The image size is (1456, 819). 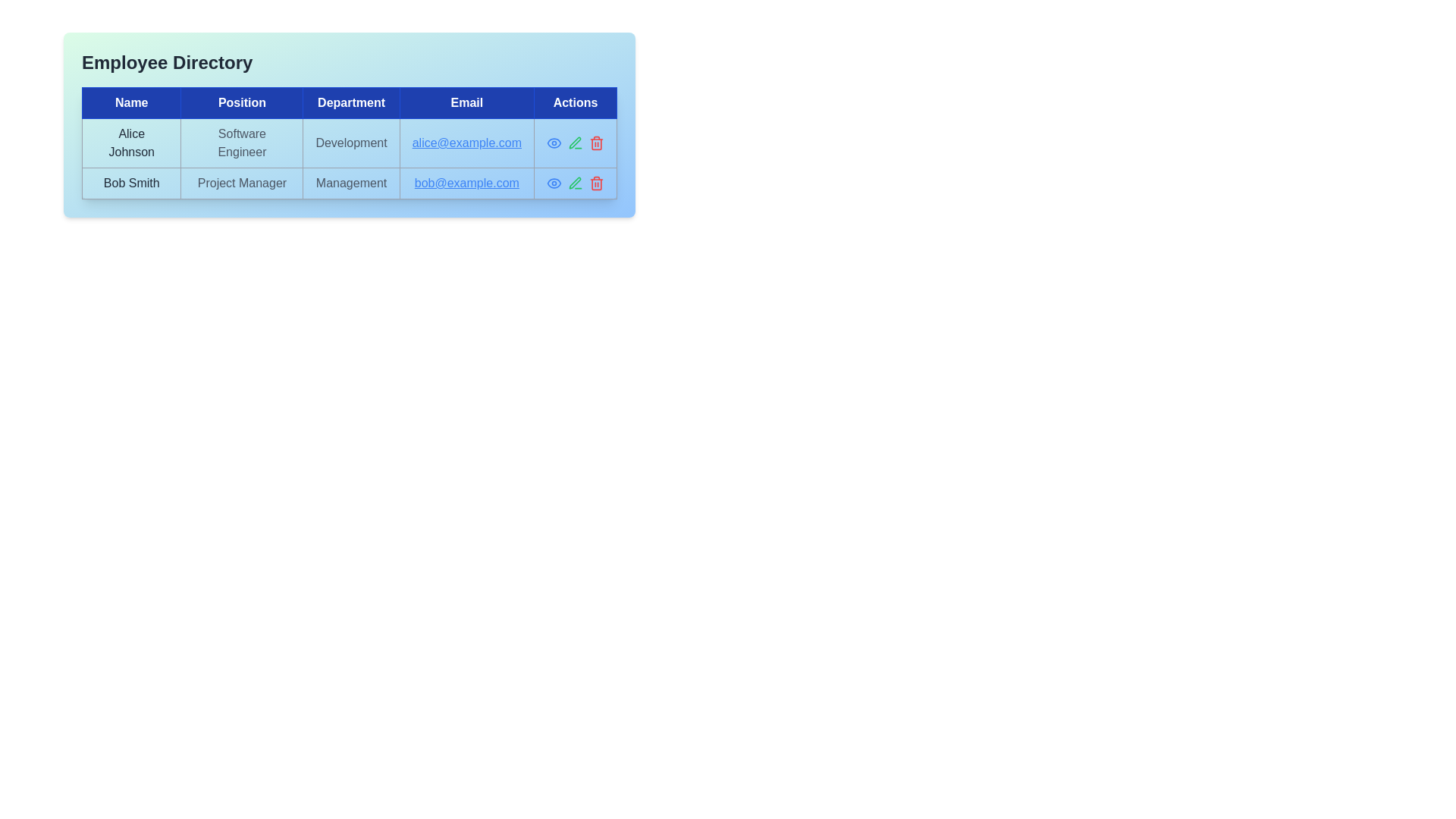 What do you see at coordinates (131, 143) in the screenshot?
I see `the employee name label displaying 'Alice Johnson' in the first row of the employee directory table` at bounding box center [131, 143].